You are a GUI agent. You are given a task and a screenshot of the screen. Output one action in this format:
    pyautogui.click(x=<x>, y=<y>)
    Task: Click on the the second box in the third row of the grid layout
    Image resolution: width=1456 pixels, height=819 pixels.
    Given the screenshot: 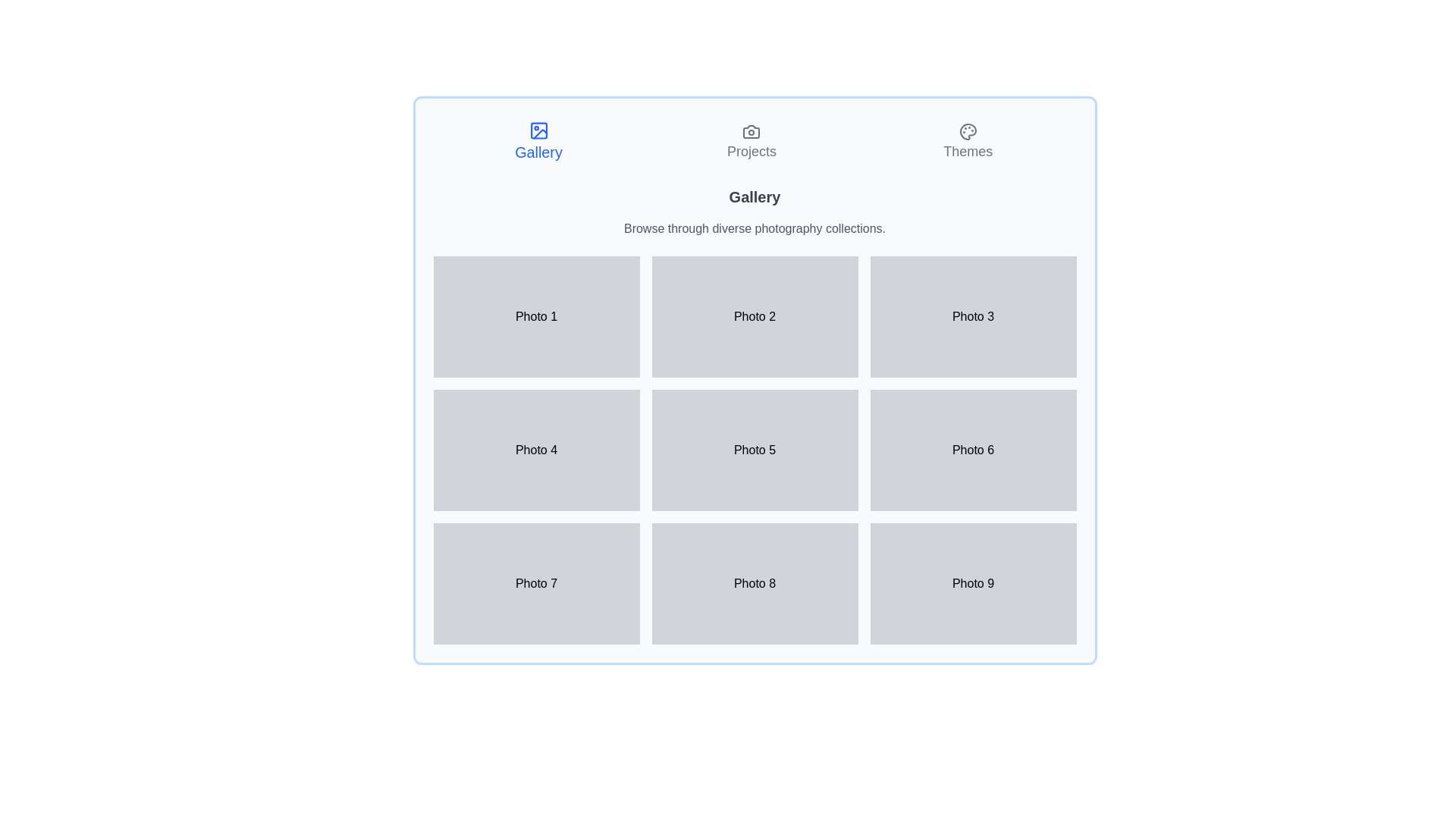 What is the action you would take?
    pyautogui.click(x=755, y=583)
    